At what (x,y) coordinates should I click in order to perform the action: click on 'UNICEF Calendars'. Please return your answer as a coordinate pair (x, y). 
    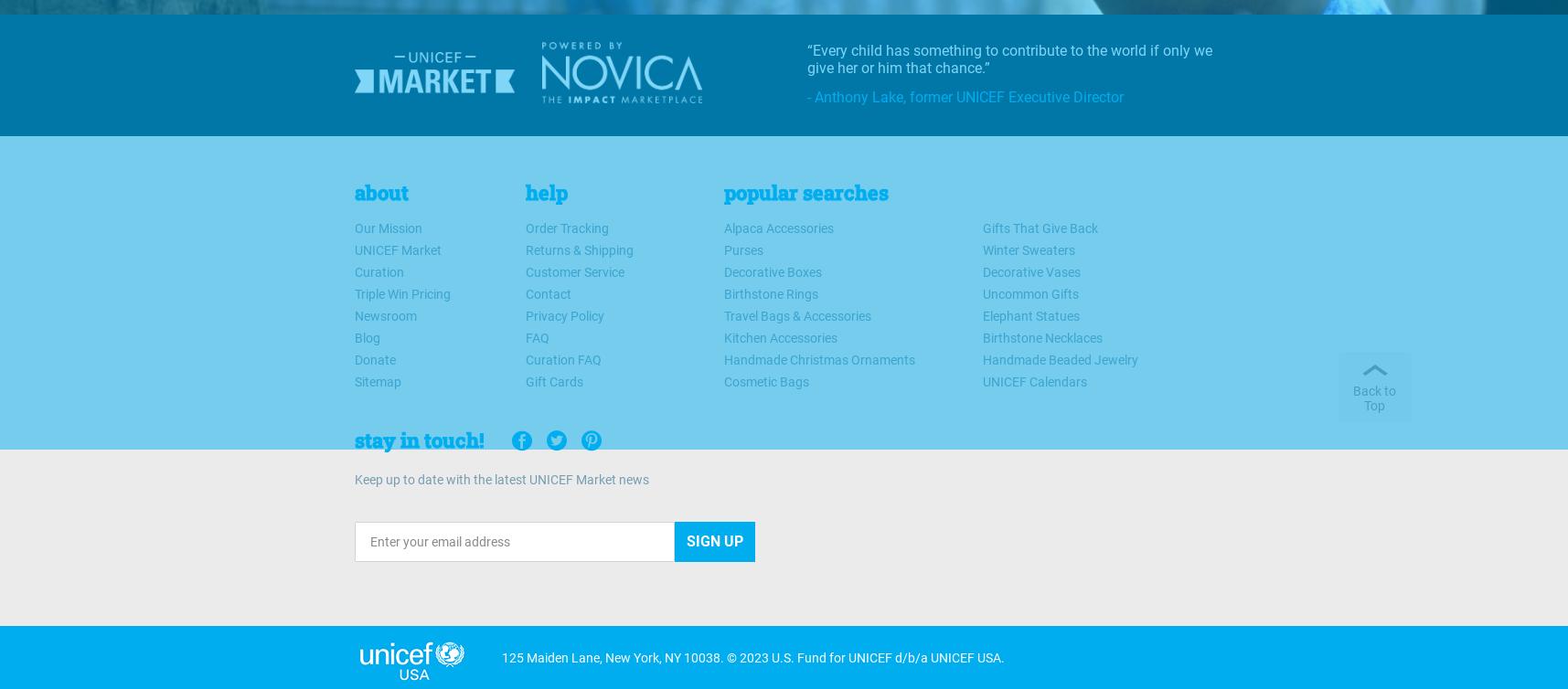
    Looking at the image, I should click on (1034, 381).